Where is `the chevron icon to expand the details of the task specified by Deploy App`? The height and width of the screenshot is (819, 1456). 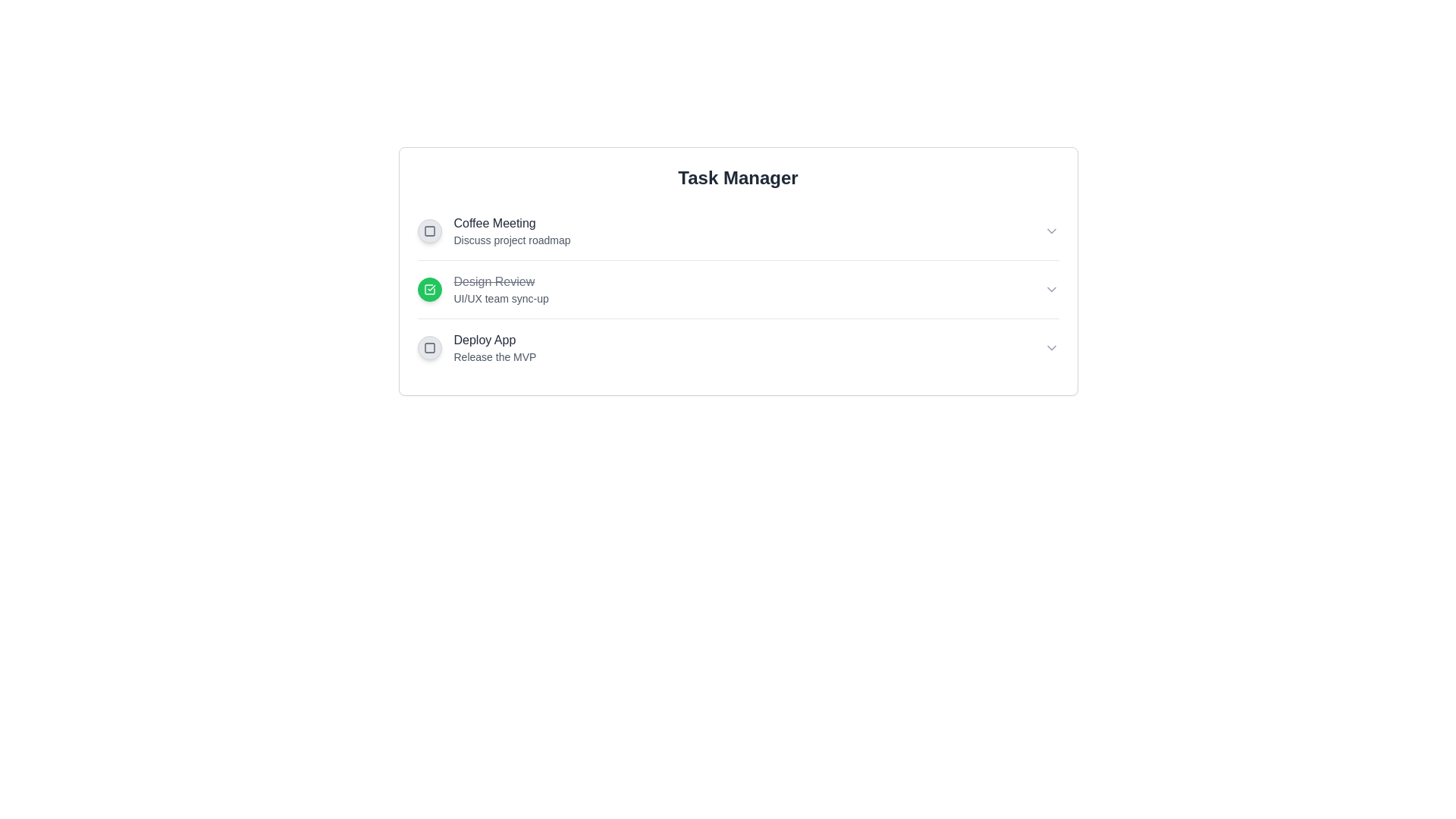
the chevron icon to expand the details of the task specified by Deploy App is located at coordinates (1050, 348).